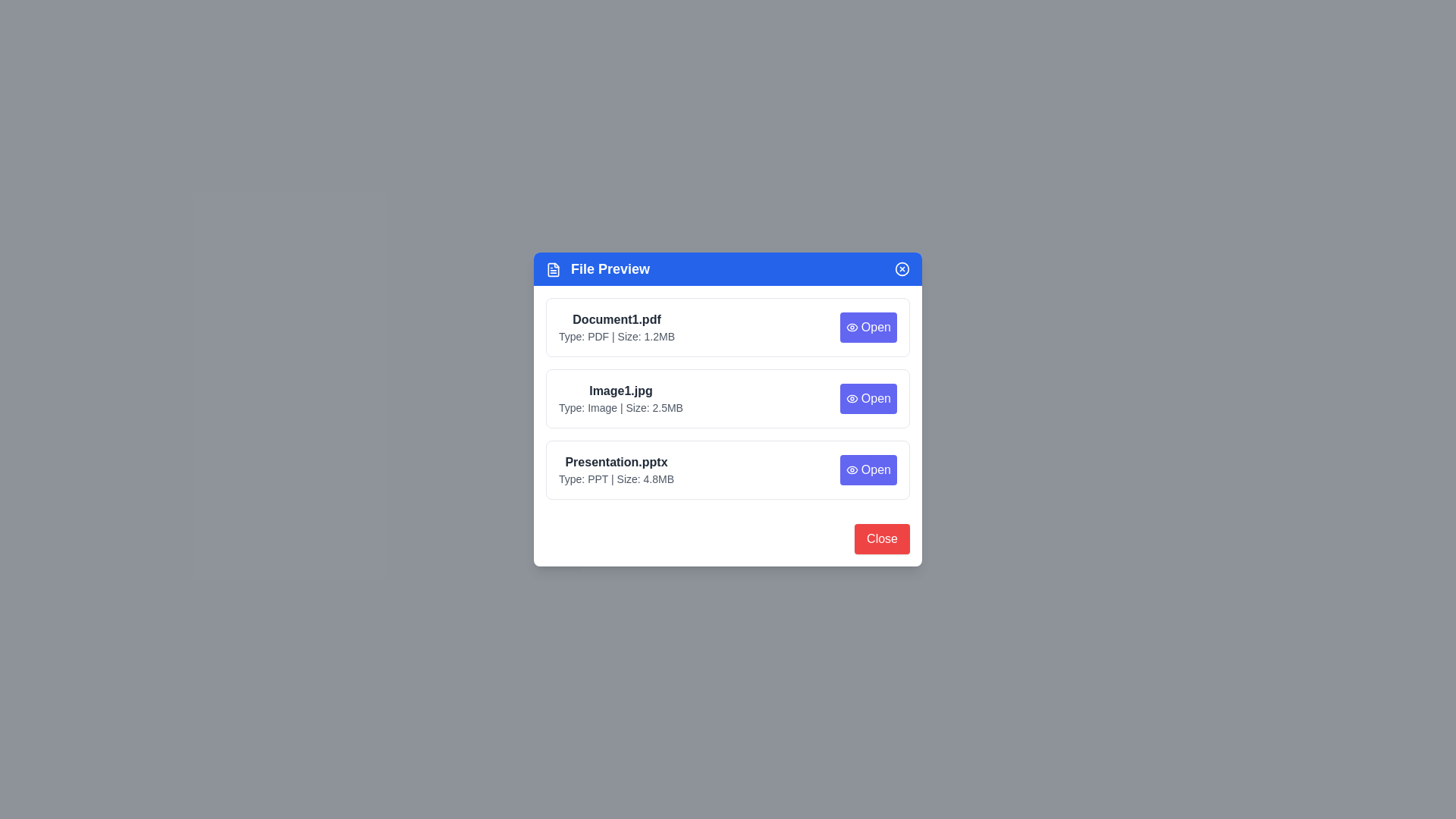  Describe the element at coordinates (868, 327) in the screenshot. I see `'Open' button for the file Document1.pdf` at that location.